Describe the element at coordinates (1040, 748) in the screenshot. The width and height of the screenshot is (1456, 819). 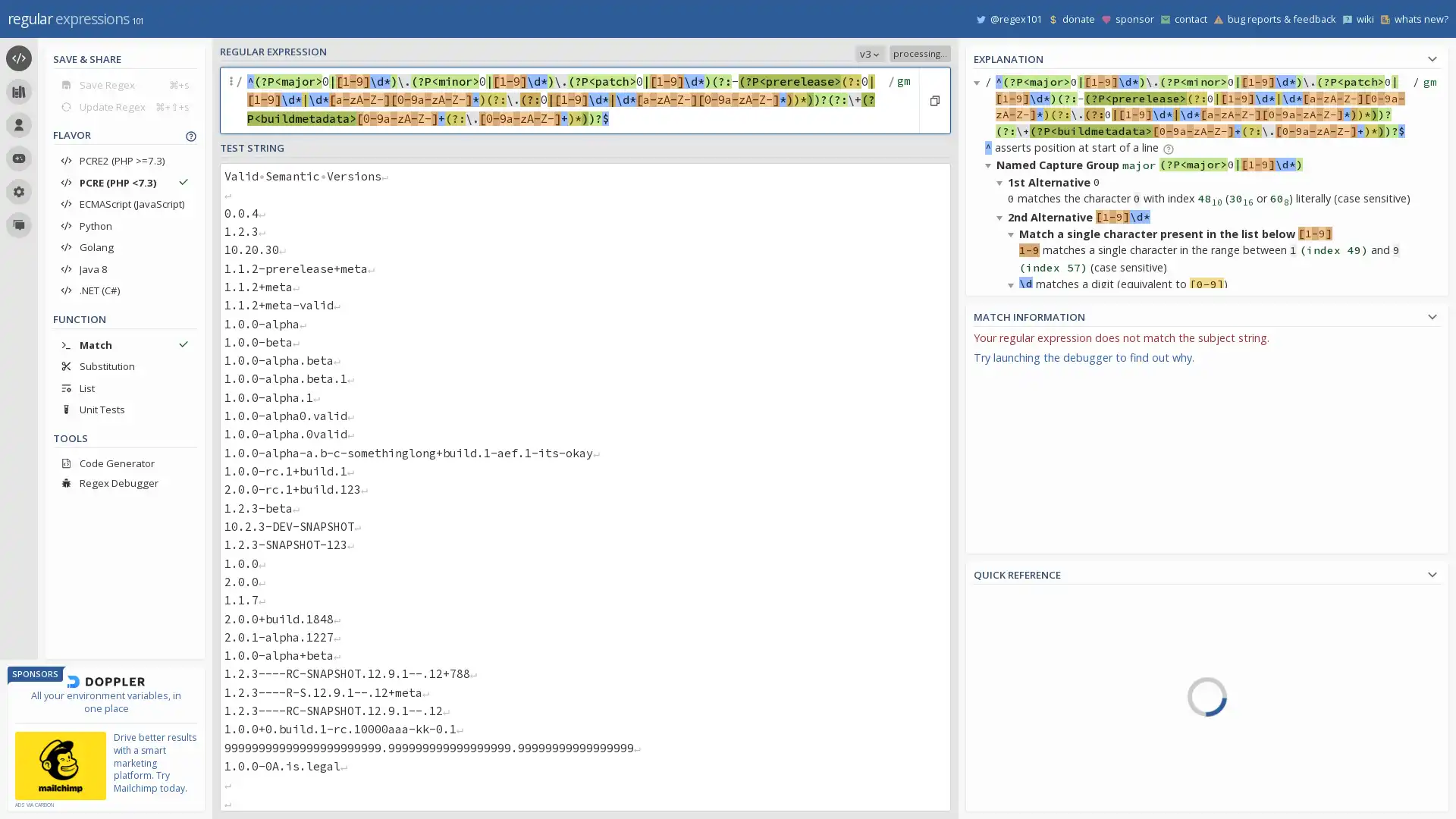
I see `Group major` at that location.